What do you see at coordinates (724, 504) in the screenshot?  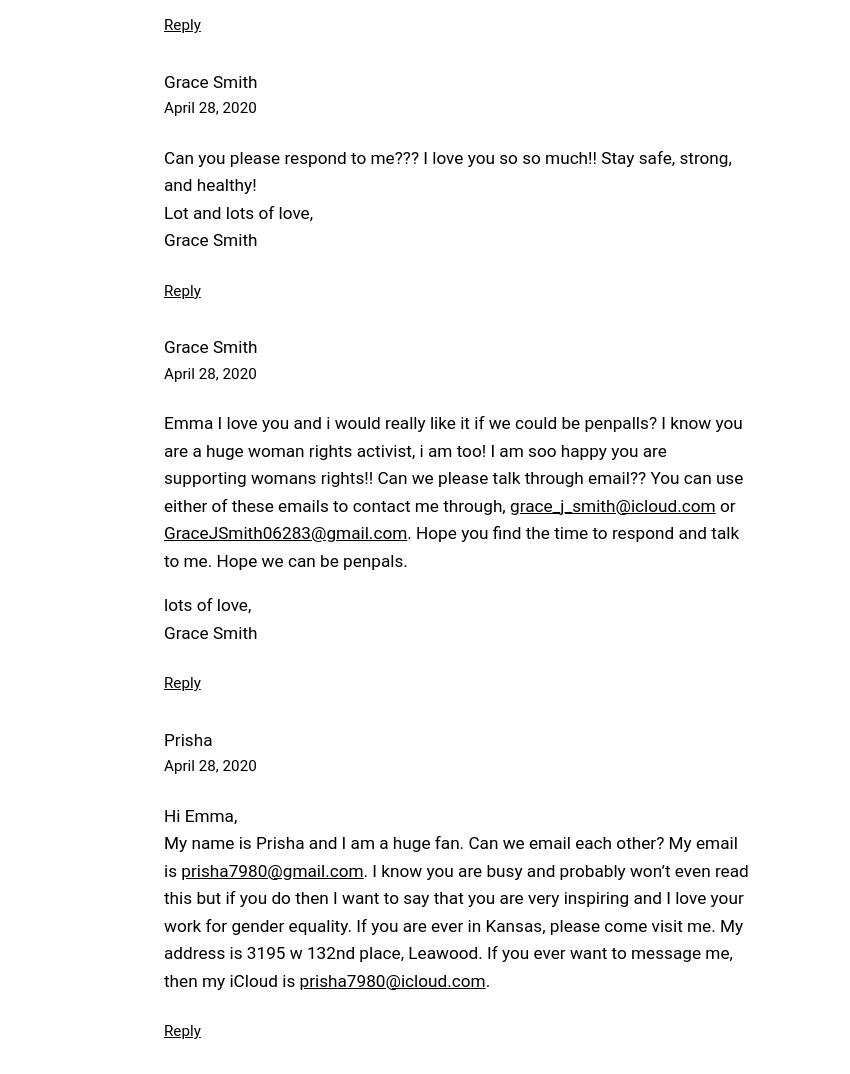 I see `'or'` at bounding box center [724, 504].